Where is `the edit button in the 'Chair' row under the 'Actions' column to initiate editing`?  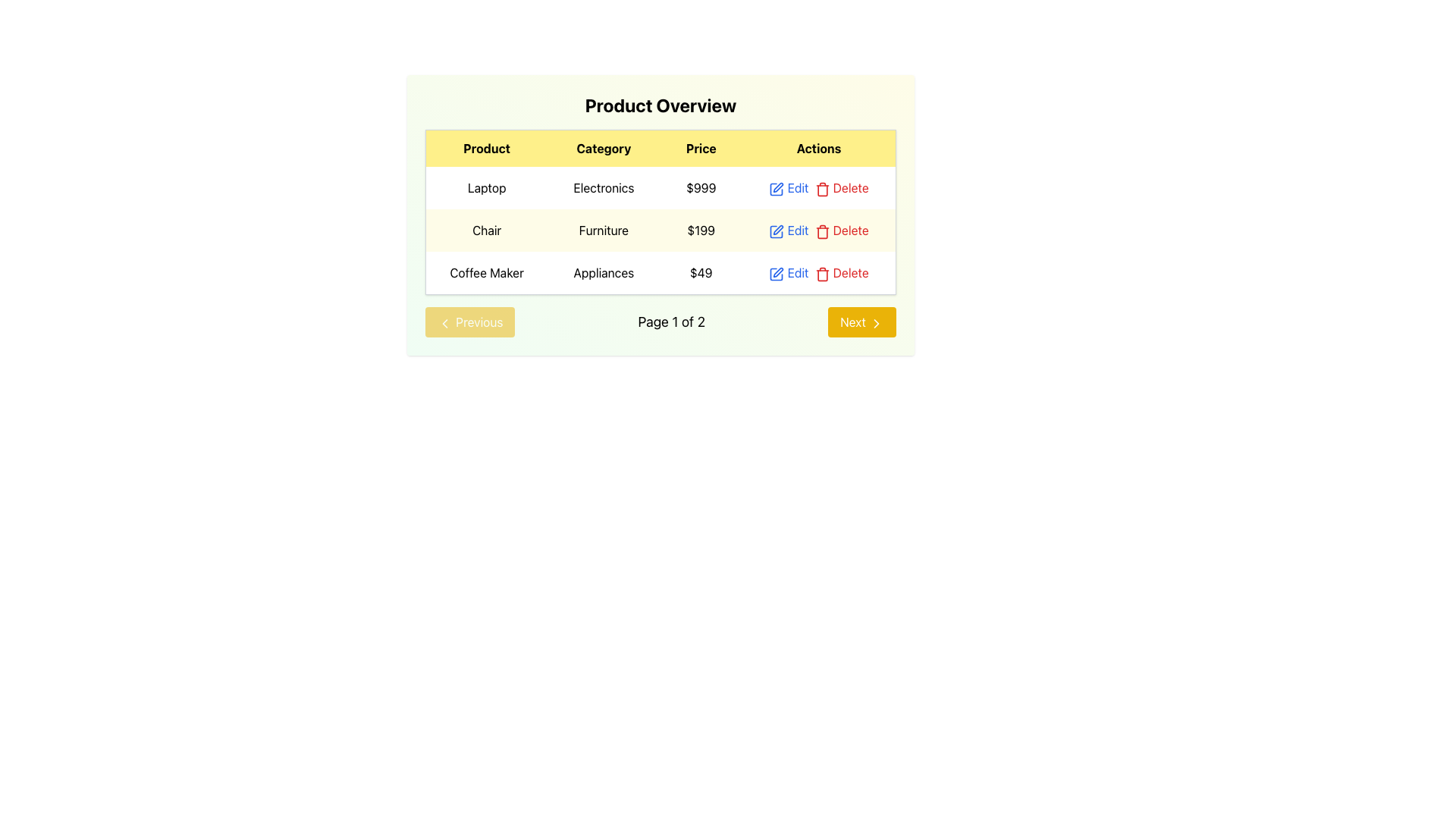
the edit button in the 'Chair' row under the 'Actions' column to initiate editing is located at coordinates (789, 231).